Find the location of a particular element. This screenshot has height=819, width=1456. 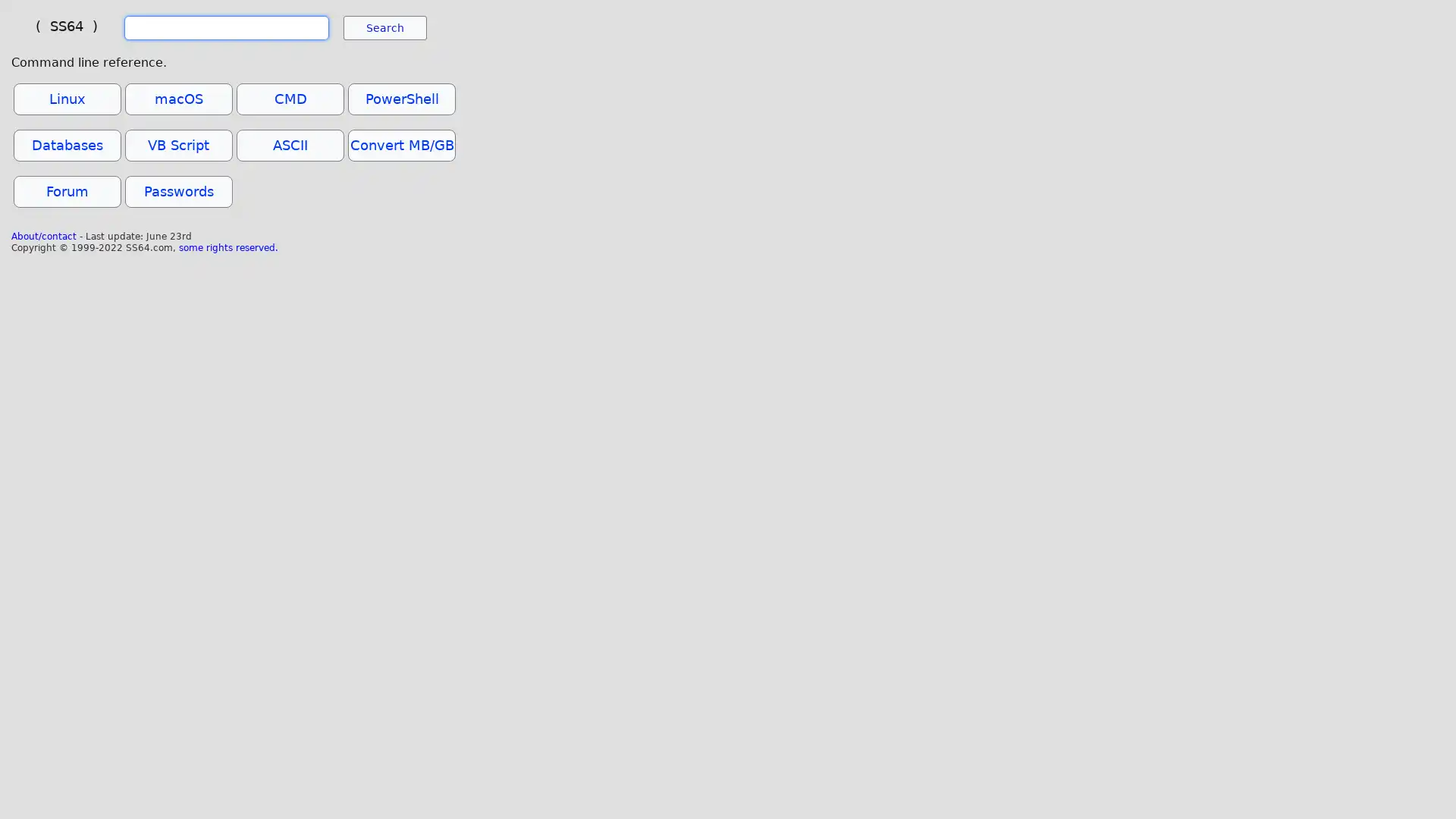

Search is located at coordinates (384, 28).